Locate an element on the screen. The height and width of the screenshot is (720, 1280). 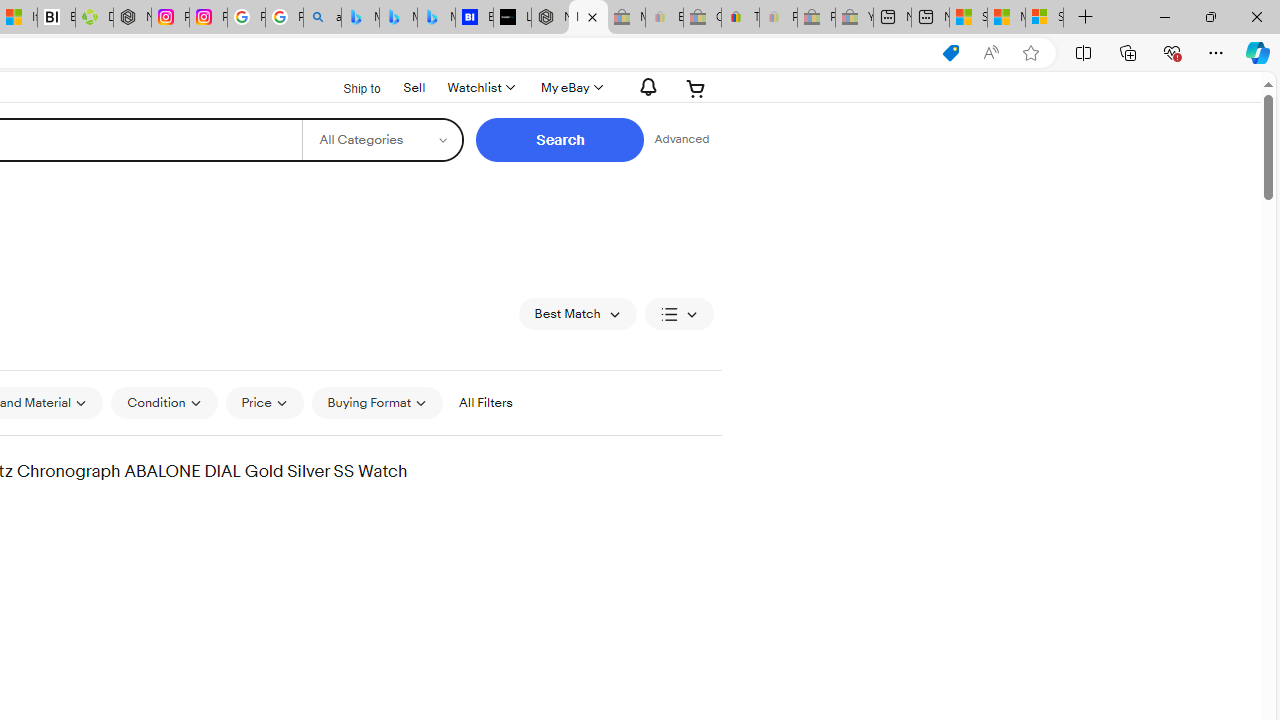
'Microsoft Bing Travel - Flights from Hong Kong to Bangkok' is located at coordinates (360, 17).